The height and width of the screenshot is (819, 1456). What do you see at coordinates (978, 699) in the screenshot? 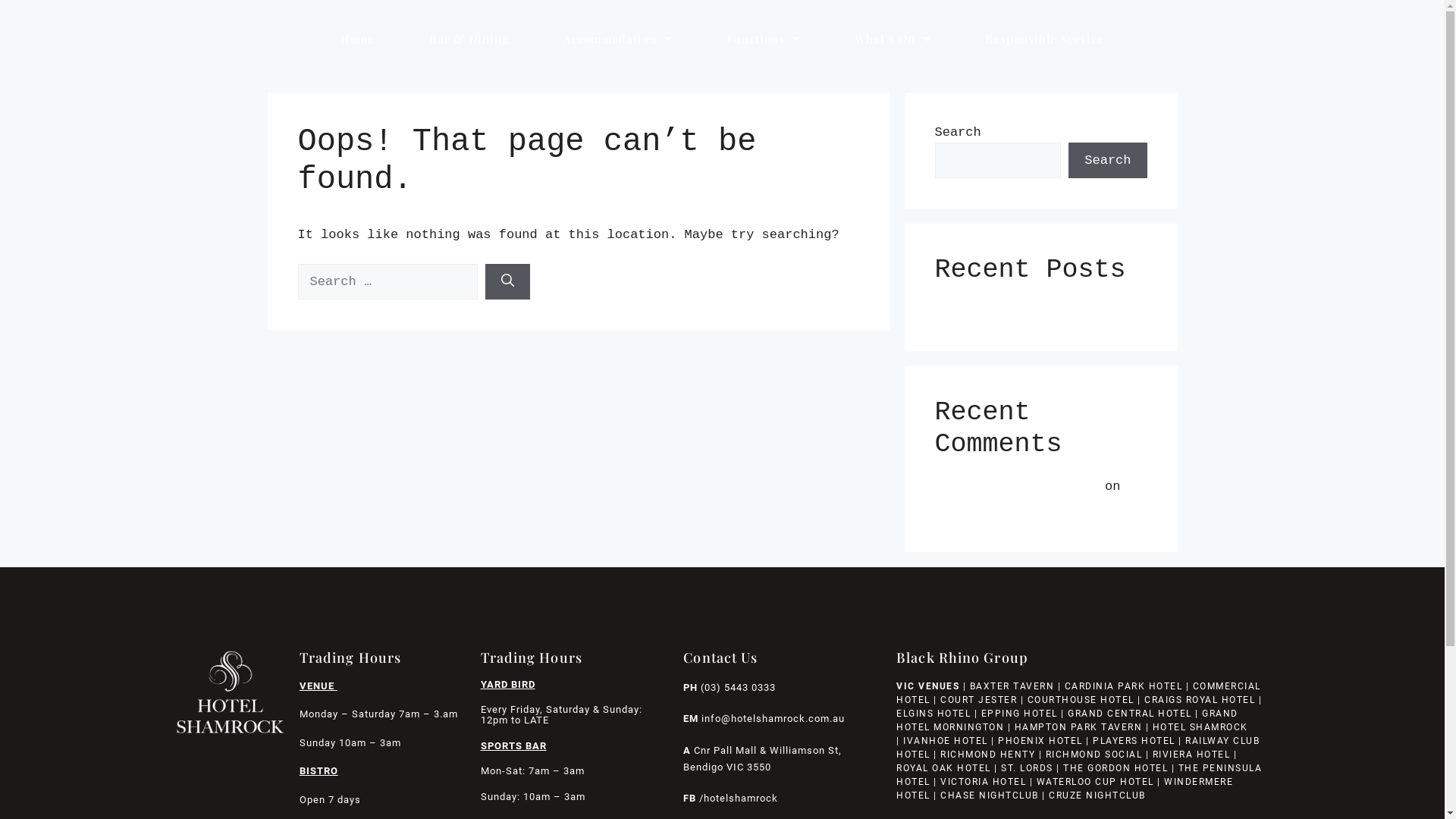
I see `'COURT JESTER'` at bounding box center [978, 699].